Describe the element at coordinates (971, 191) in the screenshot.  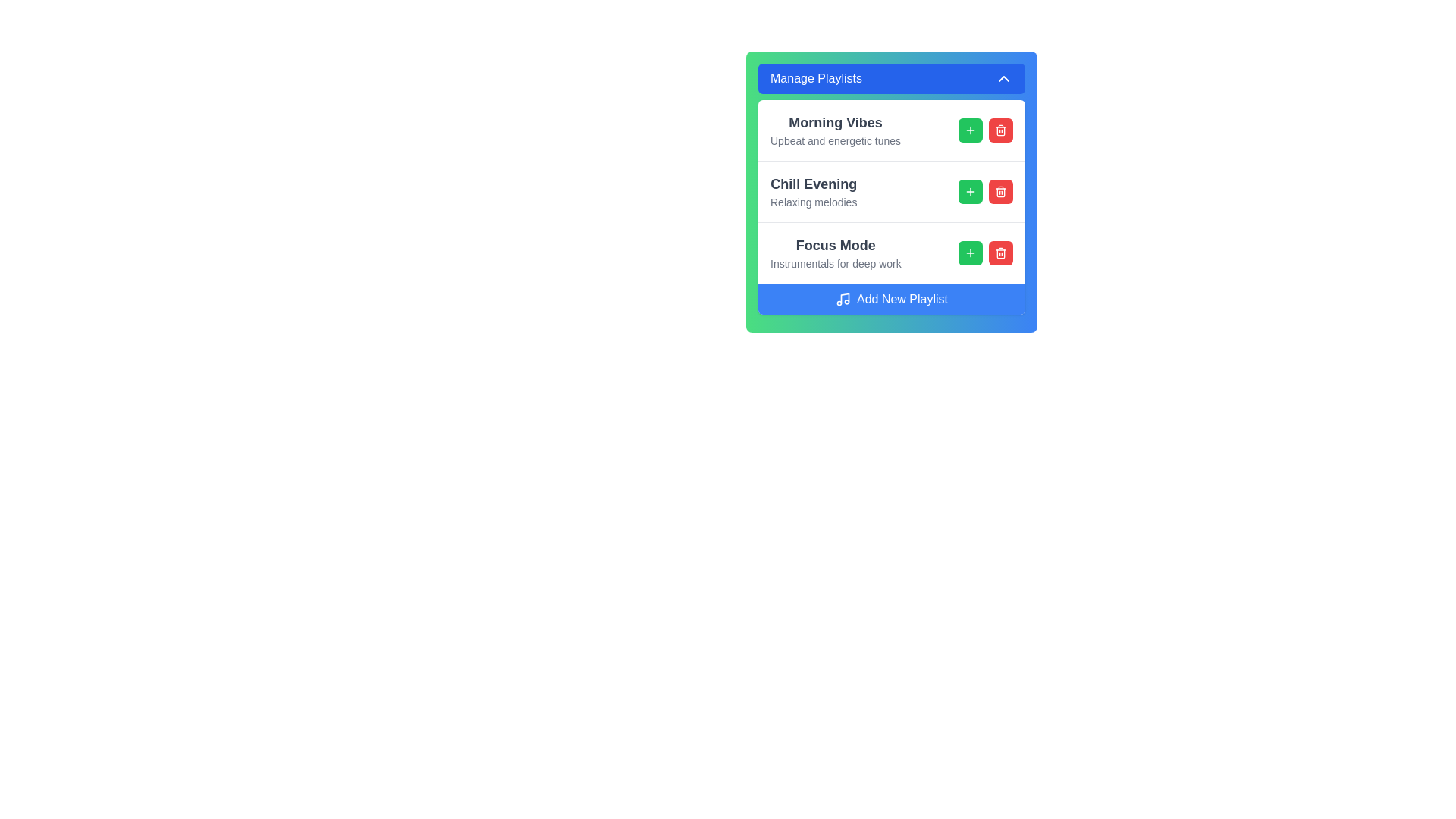
I see `the green circular icon button to the right of the 'Morning Vibes' text` at that location.